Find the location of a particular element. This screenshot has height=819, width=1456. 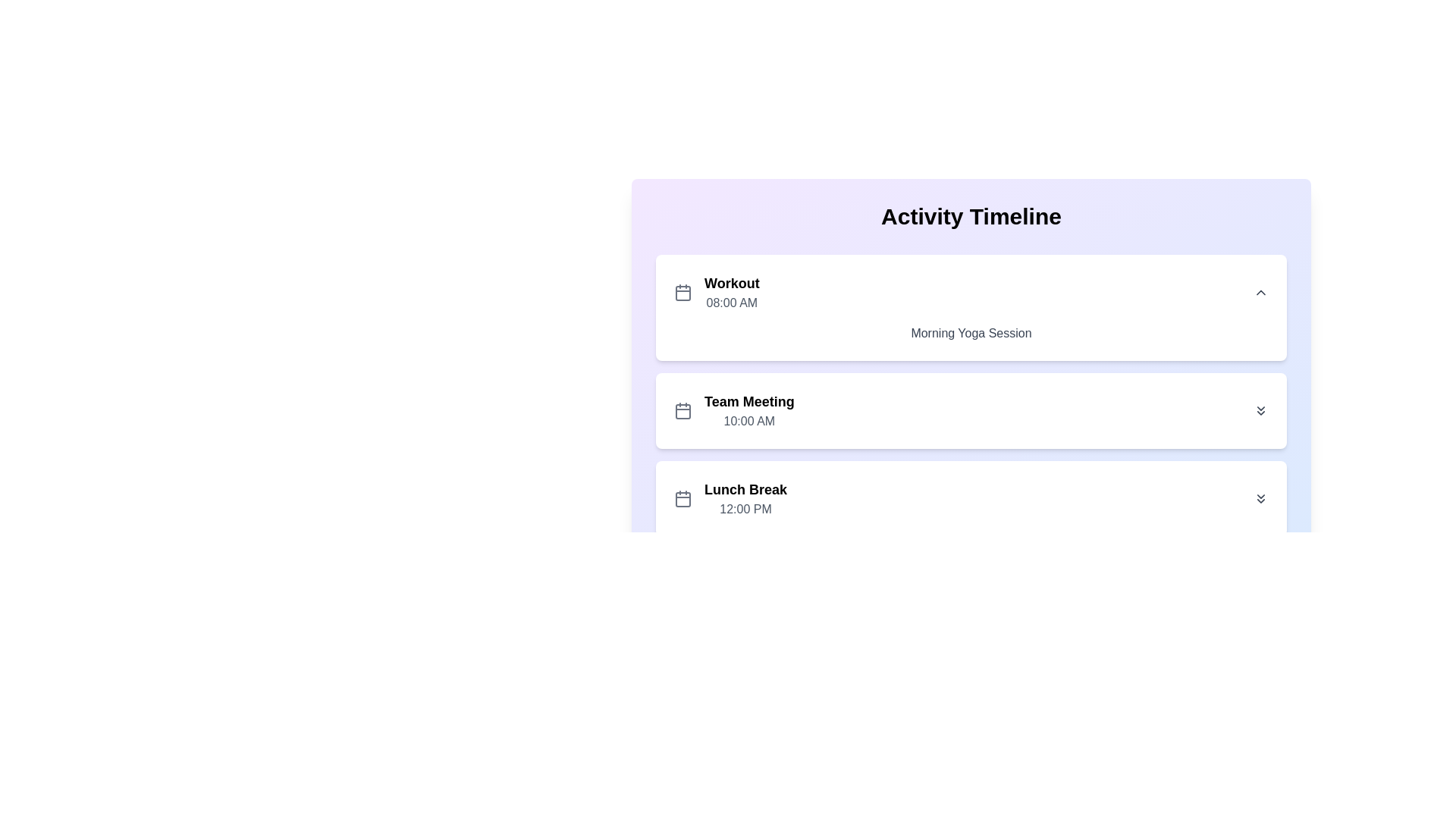

the decorative calendar icon located at the top-left corner of the 'Team Meeting' timeline entry is located at coordinates (682, 411).